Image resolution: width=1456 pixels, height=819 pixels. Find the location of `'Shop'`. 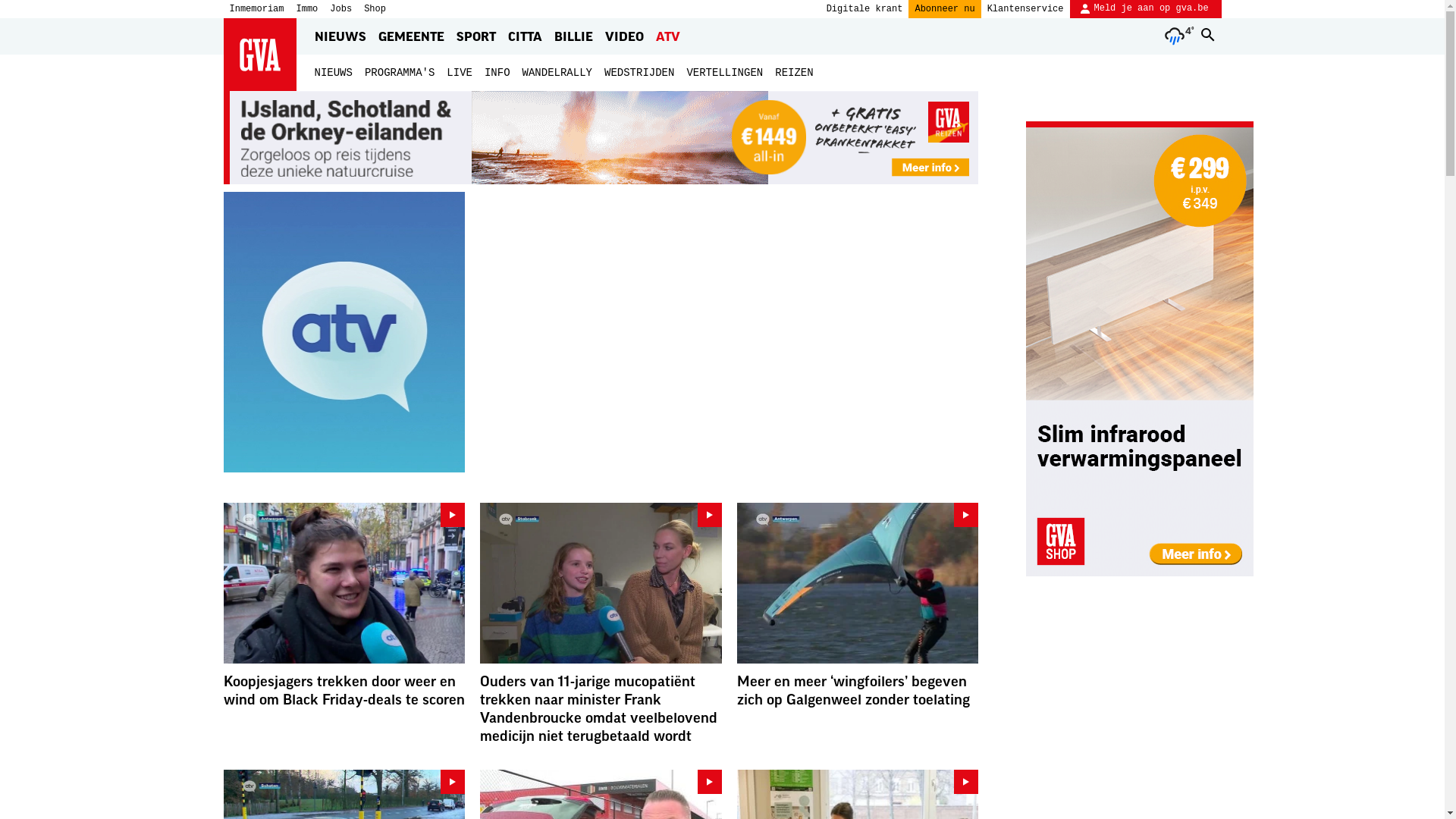

'Shop' is located at coordinates (375, 8).